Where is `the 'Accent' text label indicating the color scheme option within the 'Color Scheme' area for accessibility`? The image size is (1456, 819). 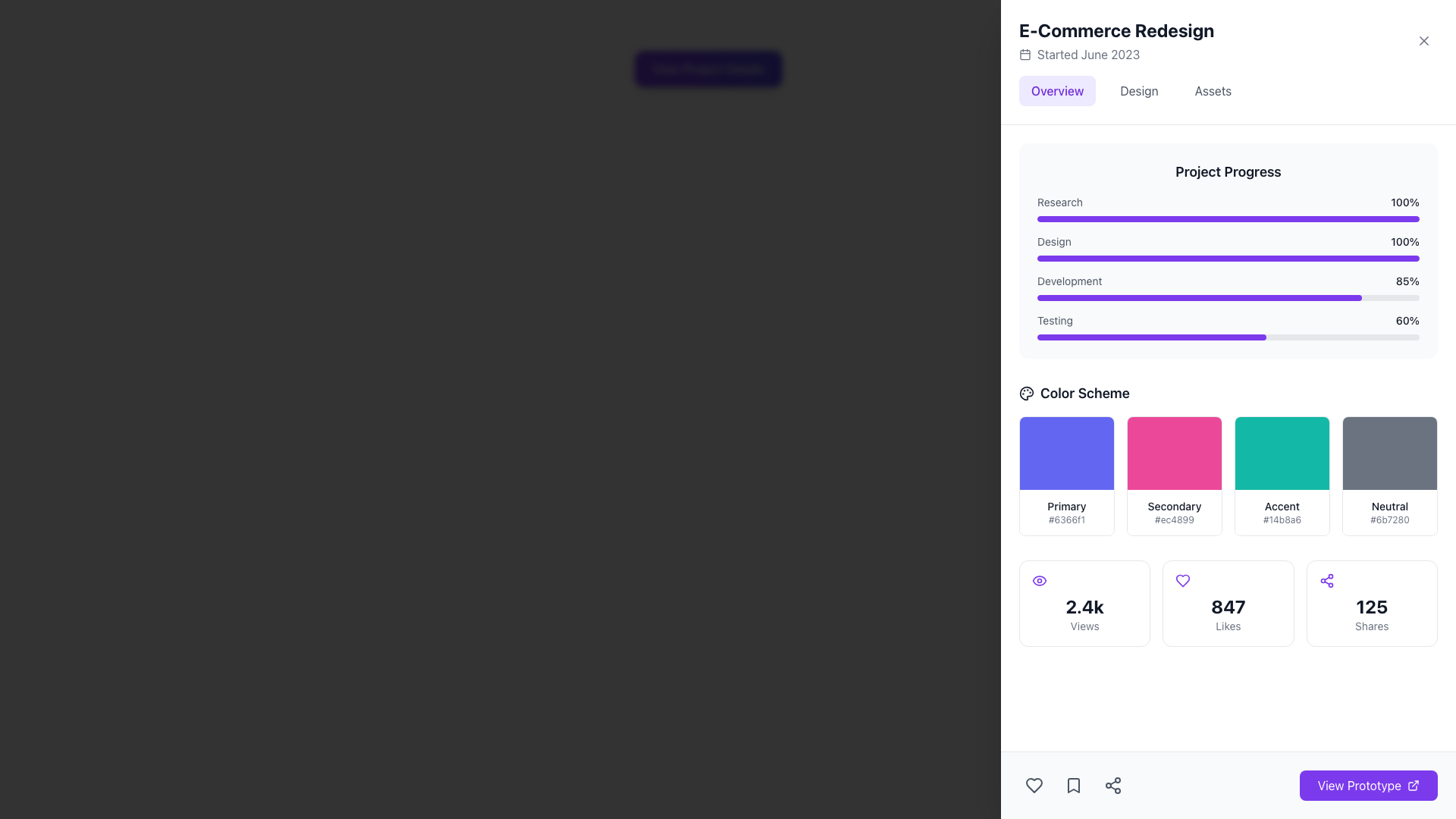
the 'Accent' text label indicating the color scheme option within the 'Color Scheme' area for accessibility is located at coordinates (1281, 506).